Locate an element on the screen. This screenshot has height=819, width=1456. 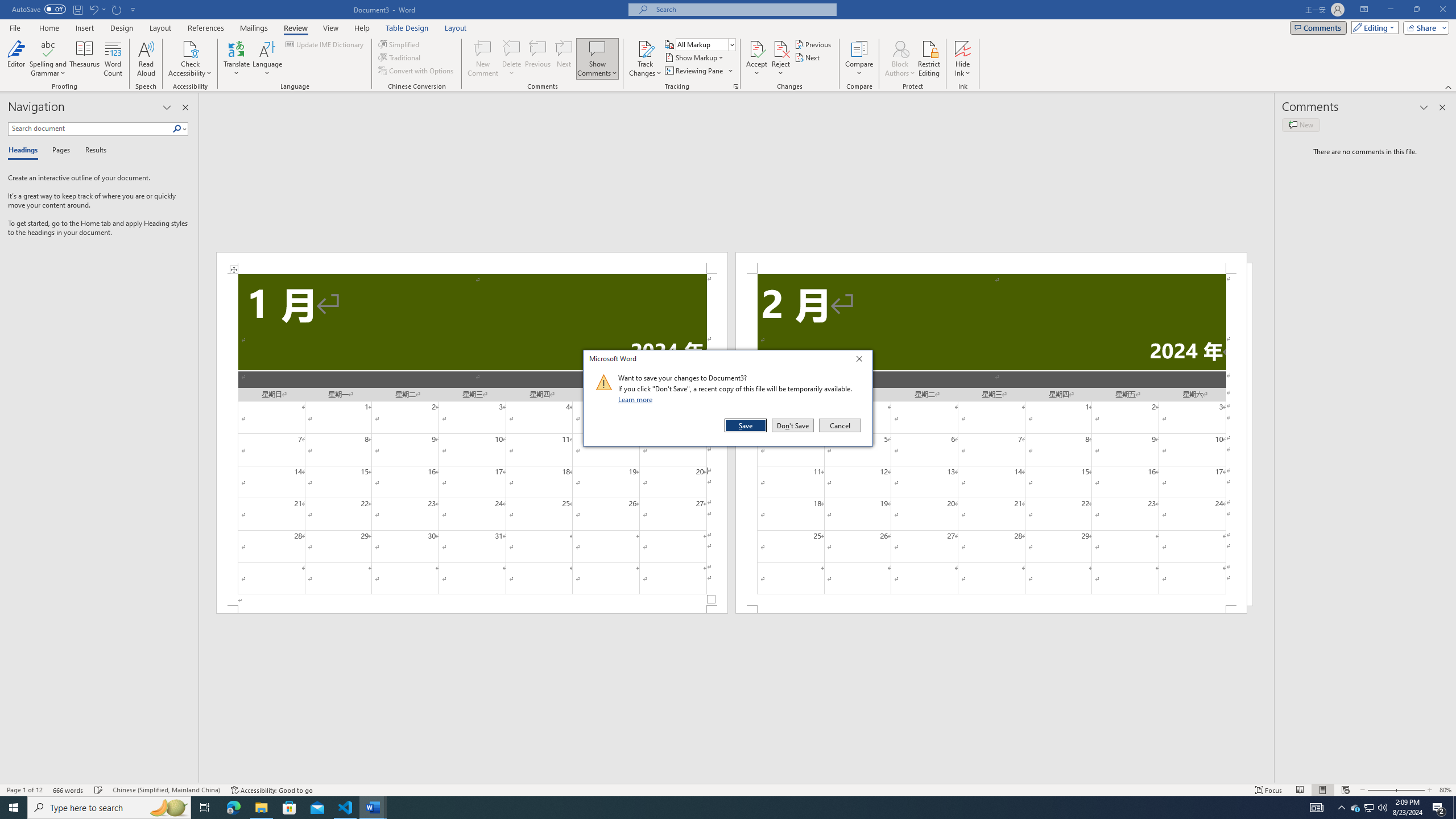
'Footer -Section 2-' is located at coordinates (991, 609).